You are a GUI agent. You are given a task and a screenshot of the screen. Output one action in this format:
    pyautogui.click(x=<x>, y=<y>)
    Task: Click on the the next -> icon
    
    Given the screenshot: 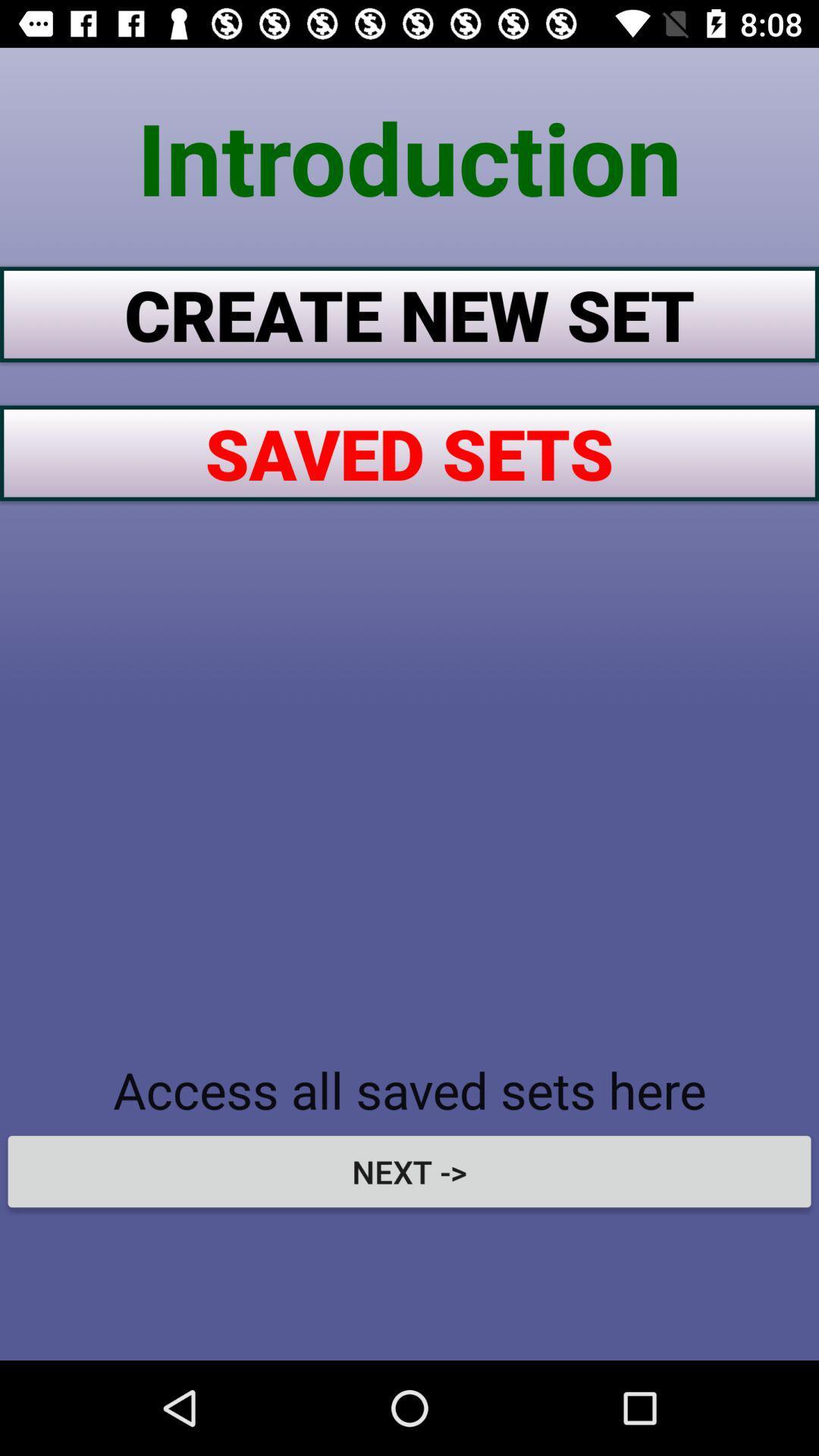 What is the action you would take?
    pyautogui.click(x=409, y=1171)
    